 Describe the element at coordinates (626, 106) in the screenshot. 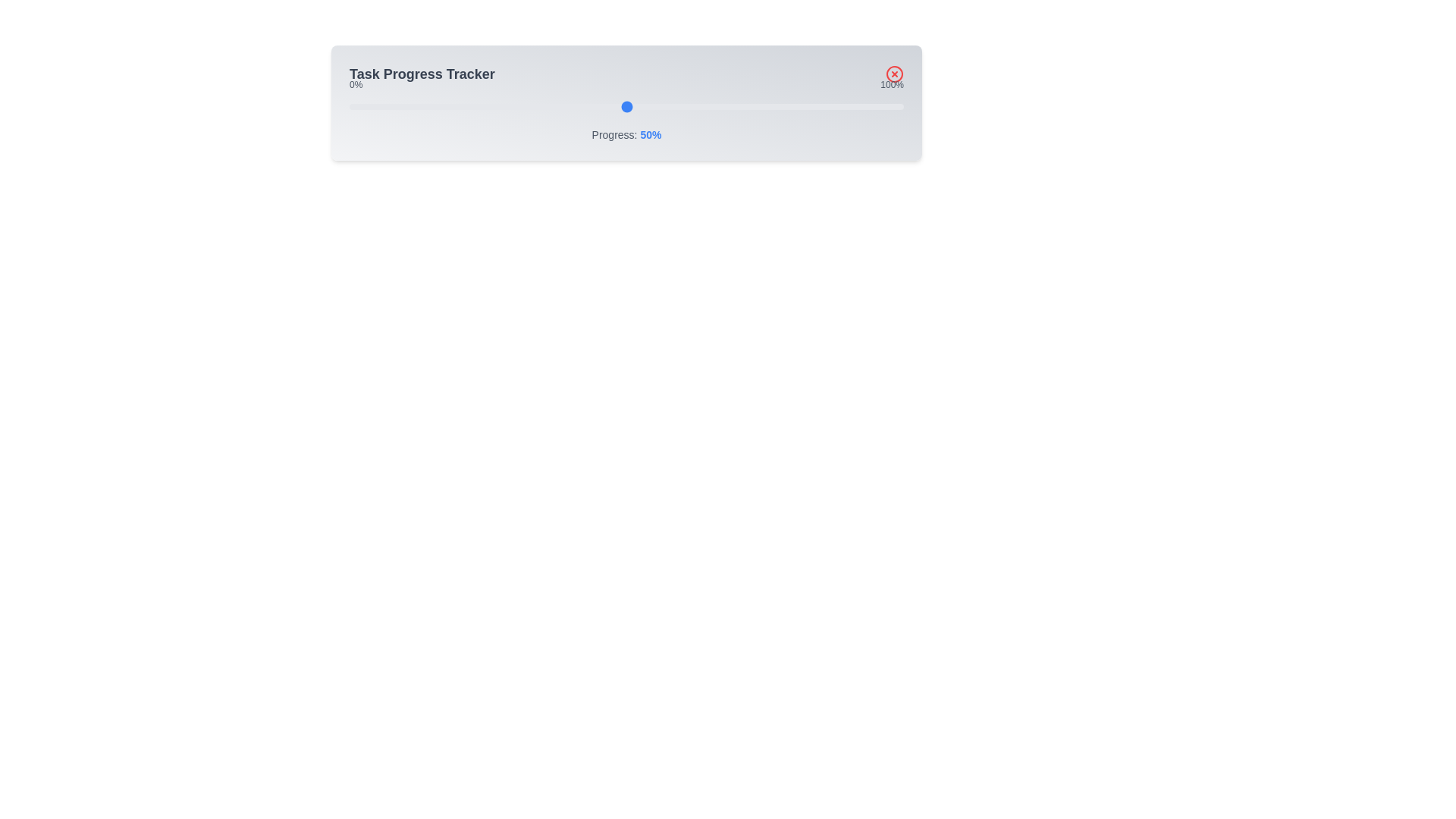

I see `the thumb of the slider control, which is used to select a value from 0 to 100, positioned centrally between the labels '0%' and '100%` at that location.